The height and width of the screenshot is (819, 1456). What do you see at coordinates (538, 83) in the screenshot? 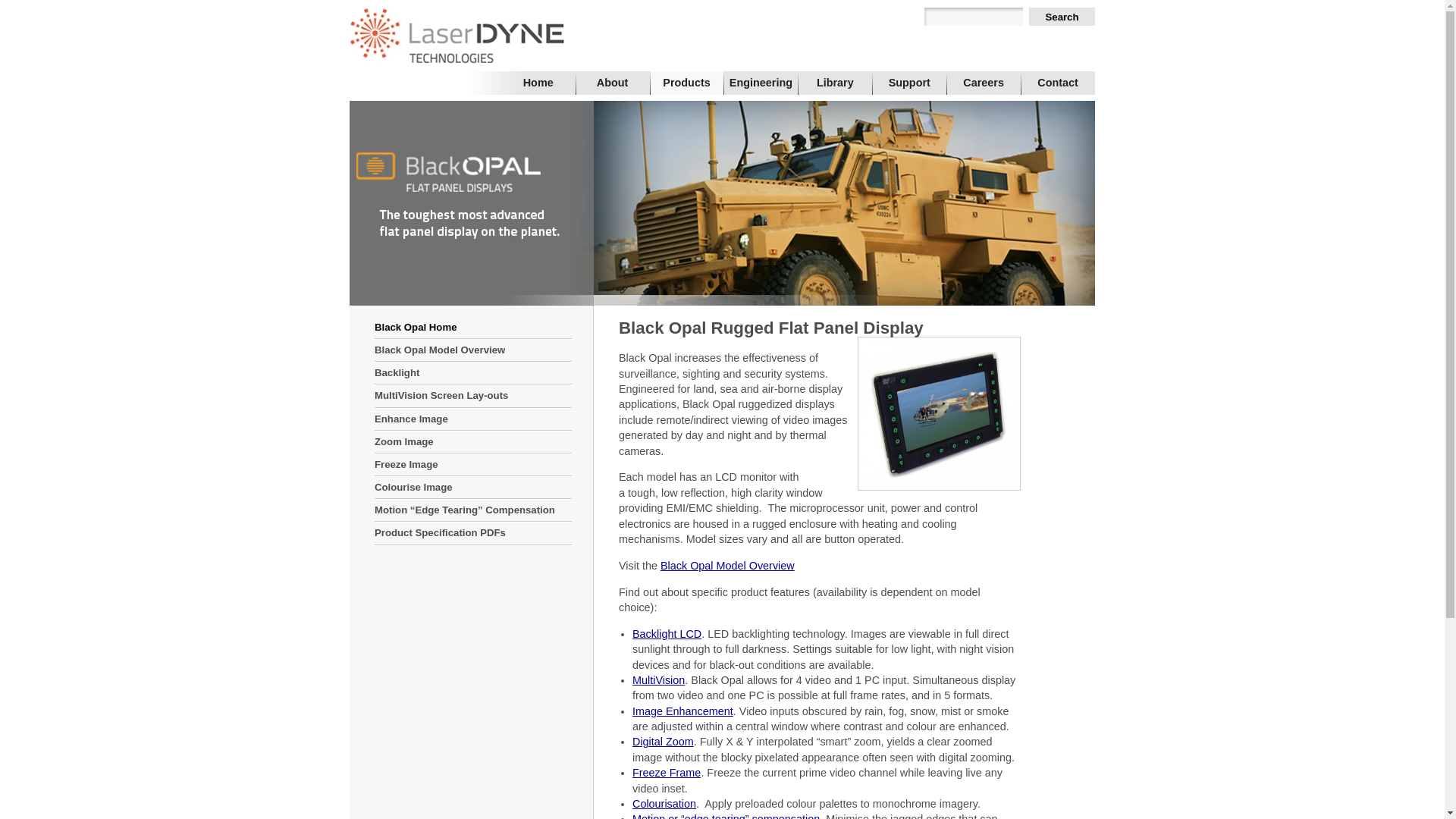
I see `'Home'` at bounding box center [538, 83].